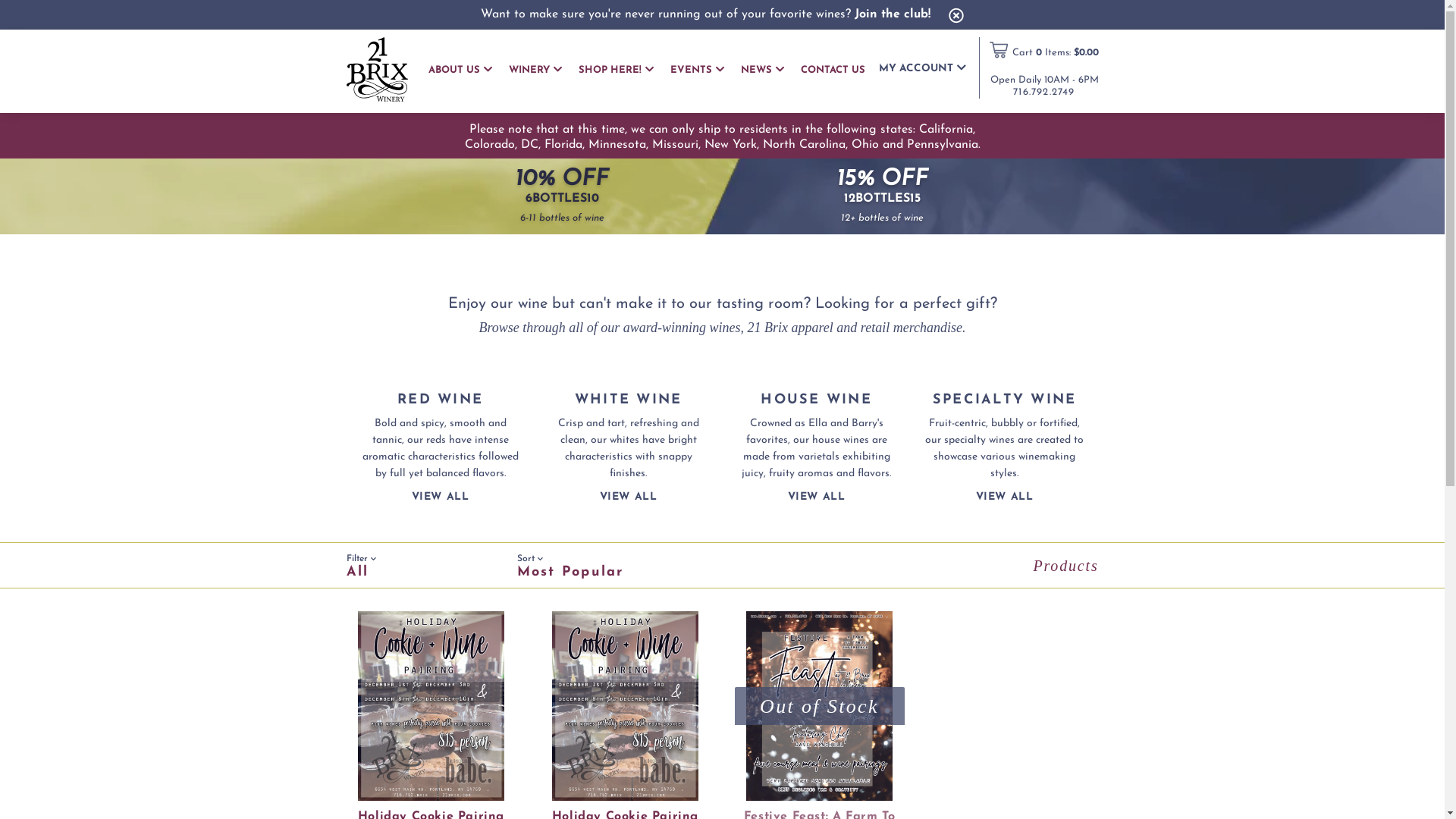 The height and width of the screenshot is (819, 1456). I want to click on 'ABOUT US', so click(427, 70).